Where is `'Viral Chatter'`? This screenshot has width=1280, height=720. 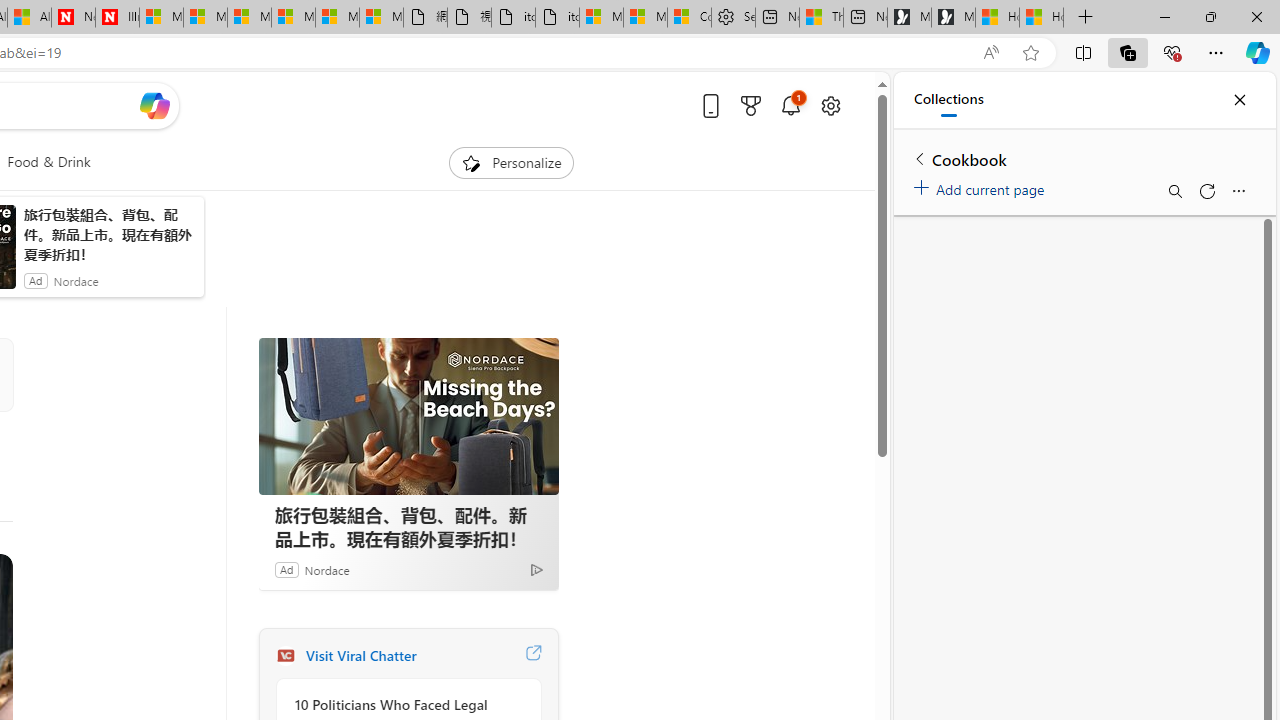 'Viral Chatter' is located at coordinates (284, 655).